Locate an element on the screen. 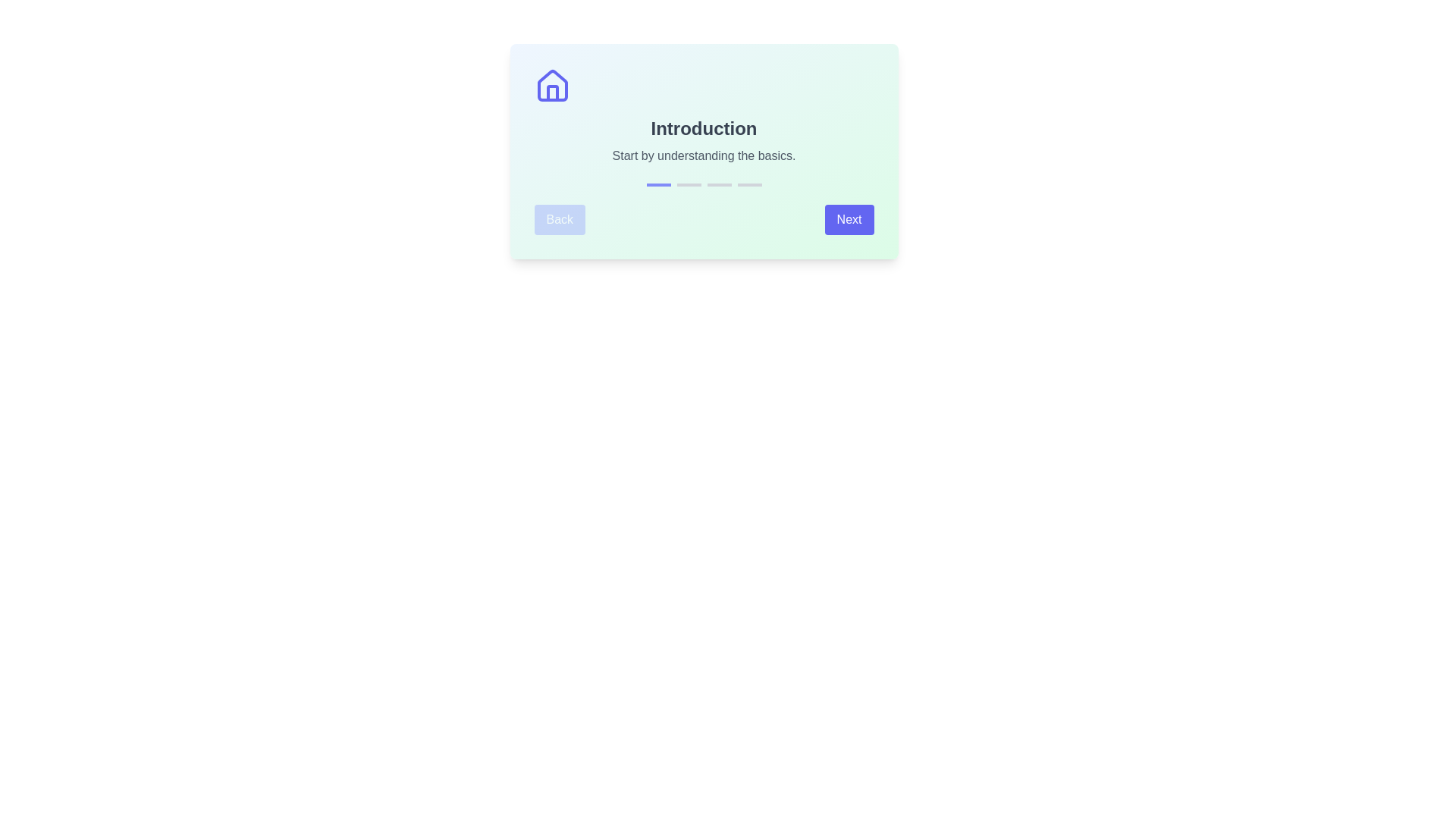  the 'Back' button to navigate to the previous step is located at coordinates (559, 219).